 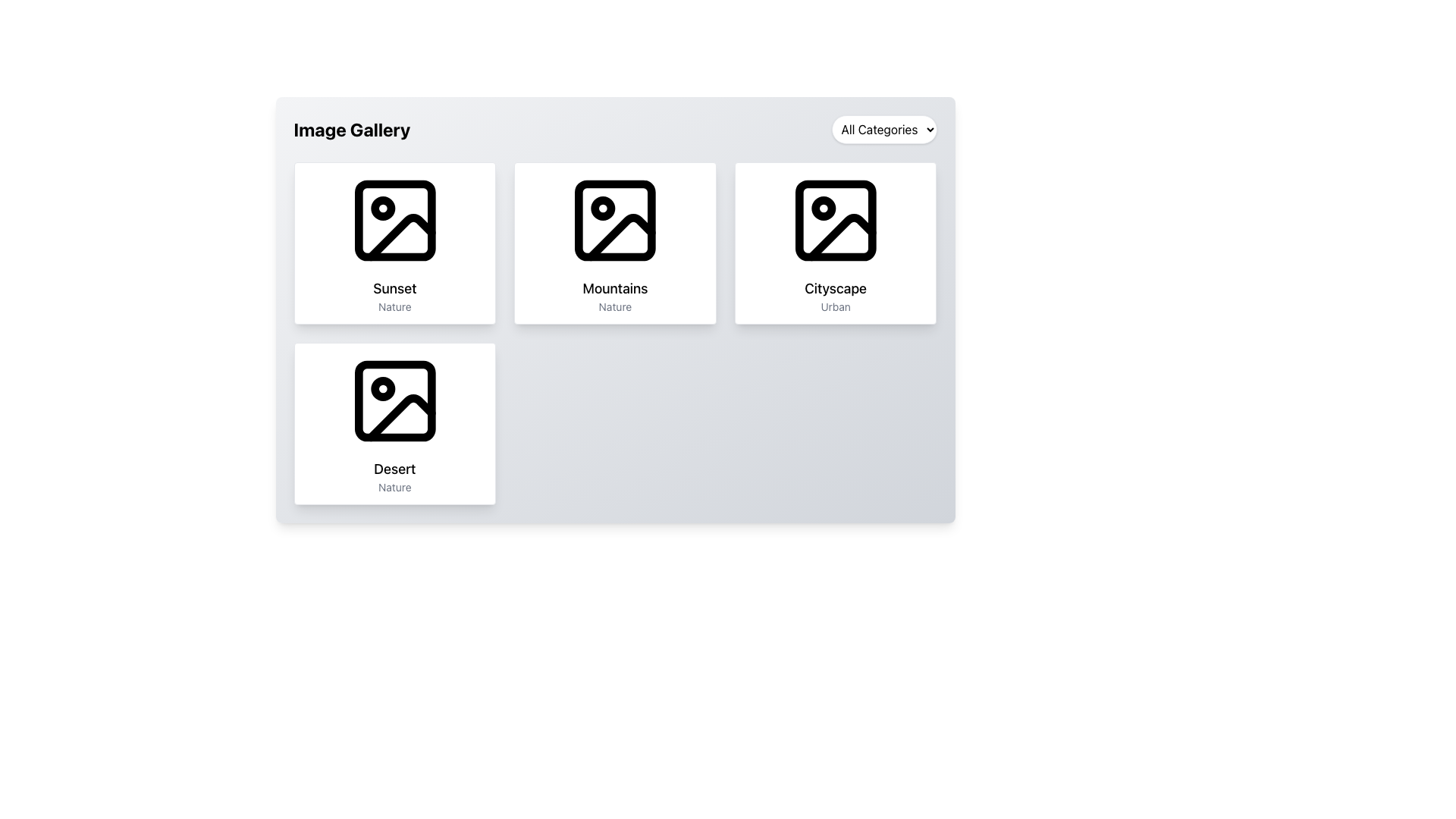 I want to click on the label that serves as the title for a card in the second row, first column of an image gallery layout, positioned beneath an icon and above the smaller-text label 'Nature', so click(x=394, y=468).